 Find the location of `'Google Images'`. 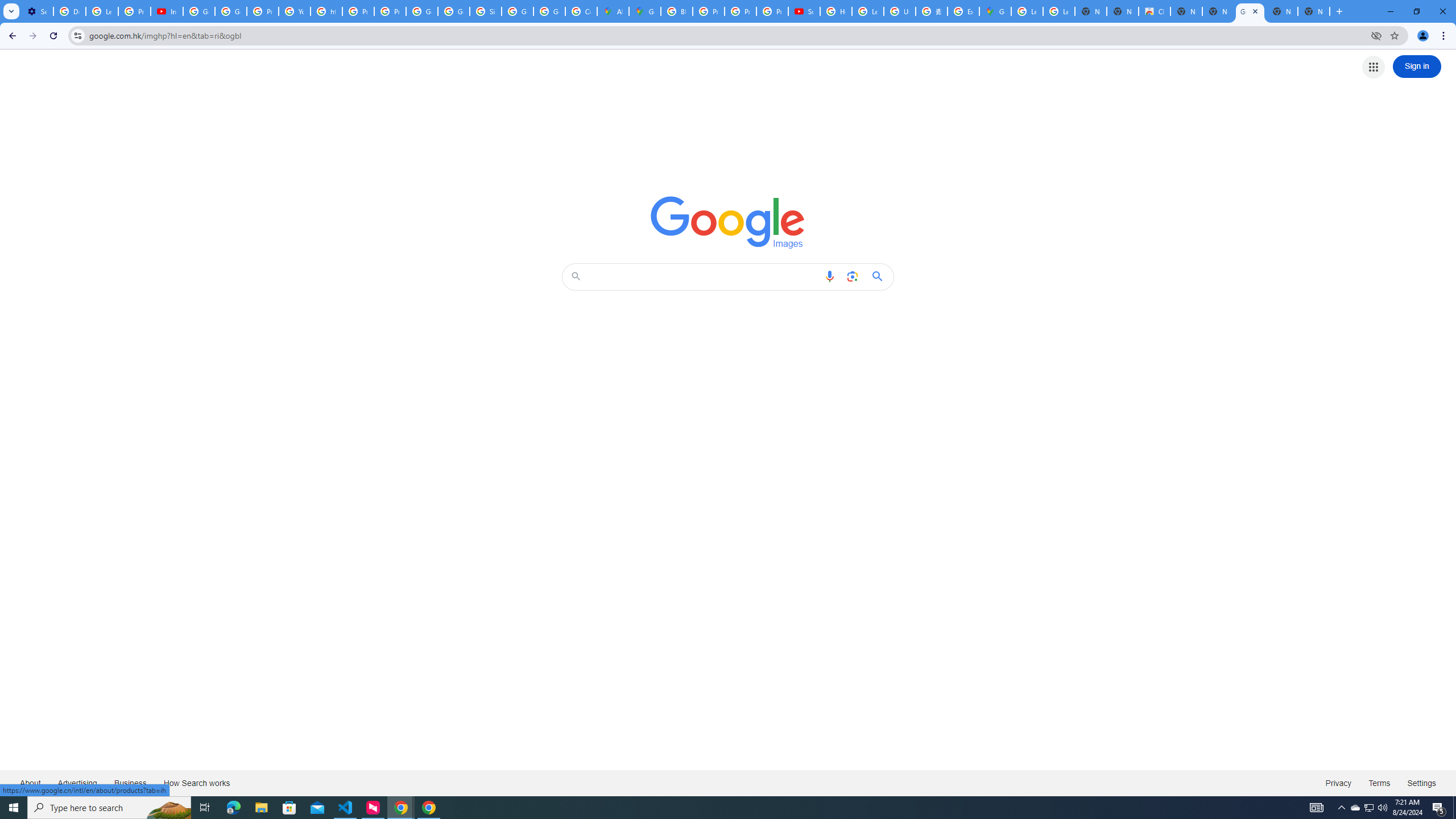

'Google Images' is located at coordinates (728, 222).